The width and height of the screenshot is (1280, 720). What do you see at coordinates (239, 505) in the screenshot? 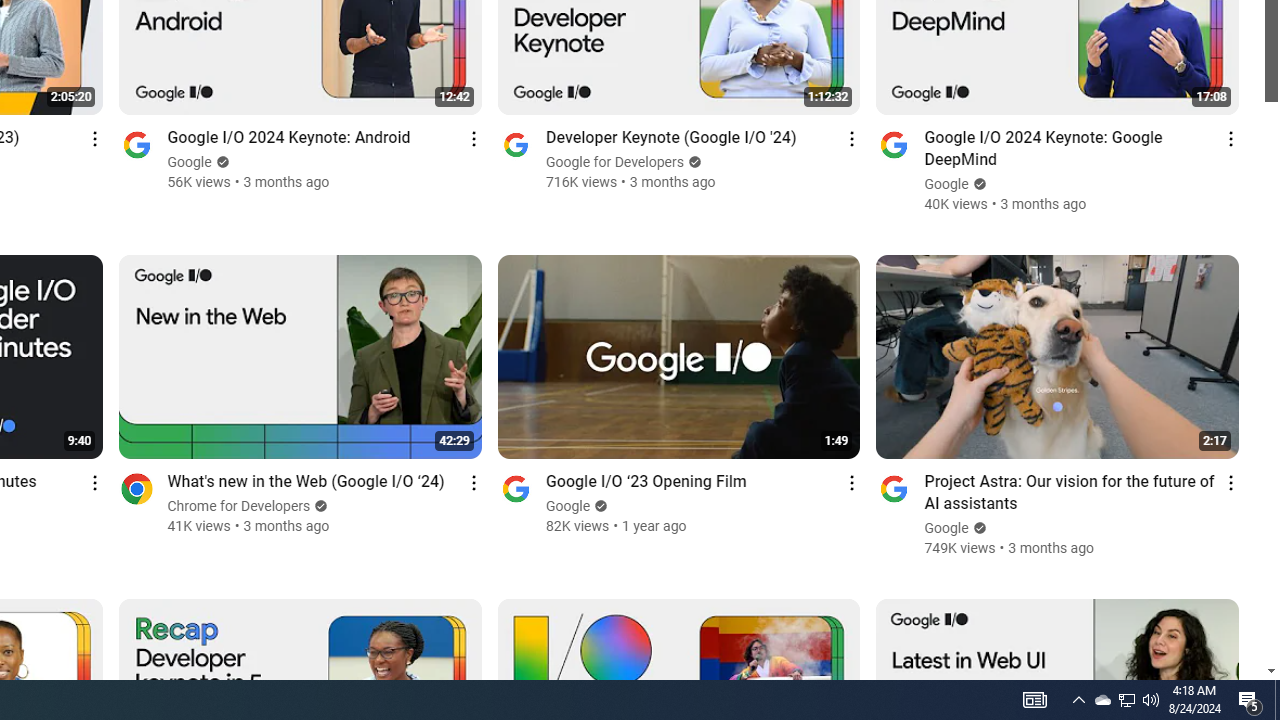
I see `'Chrome for Developers'` at bounding box center [239, 505].